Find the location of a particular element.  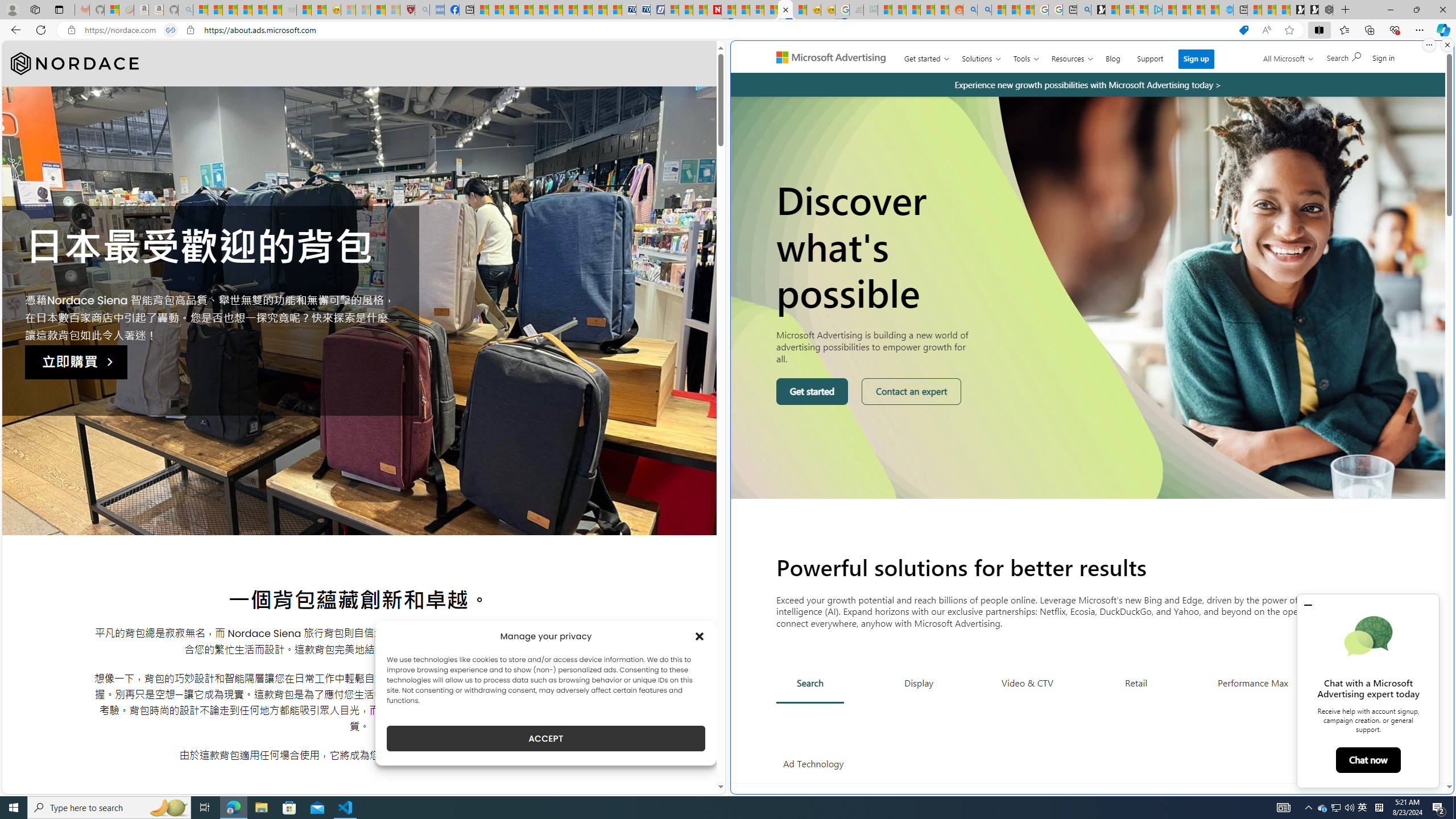

'ACCEPT' is located at coordinates (545, 738).